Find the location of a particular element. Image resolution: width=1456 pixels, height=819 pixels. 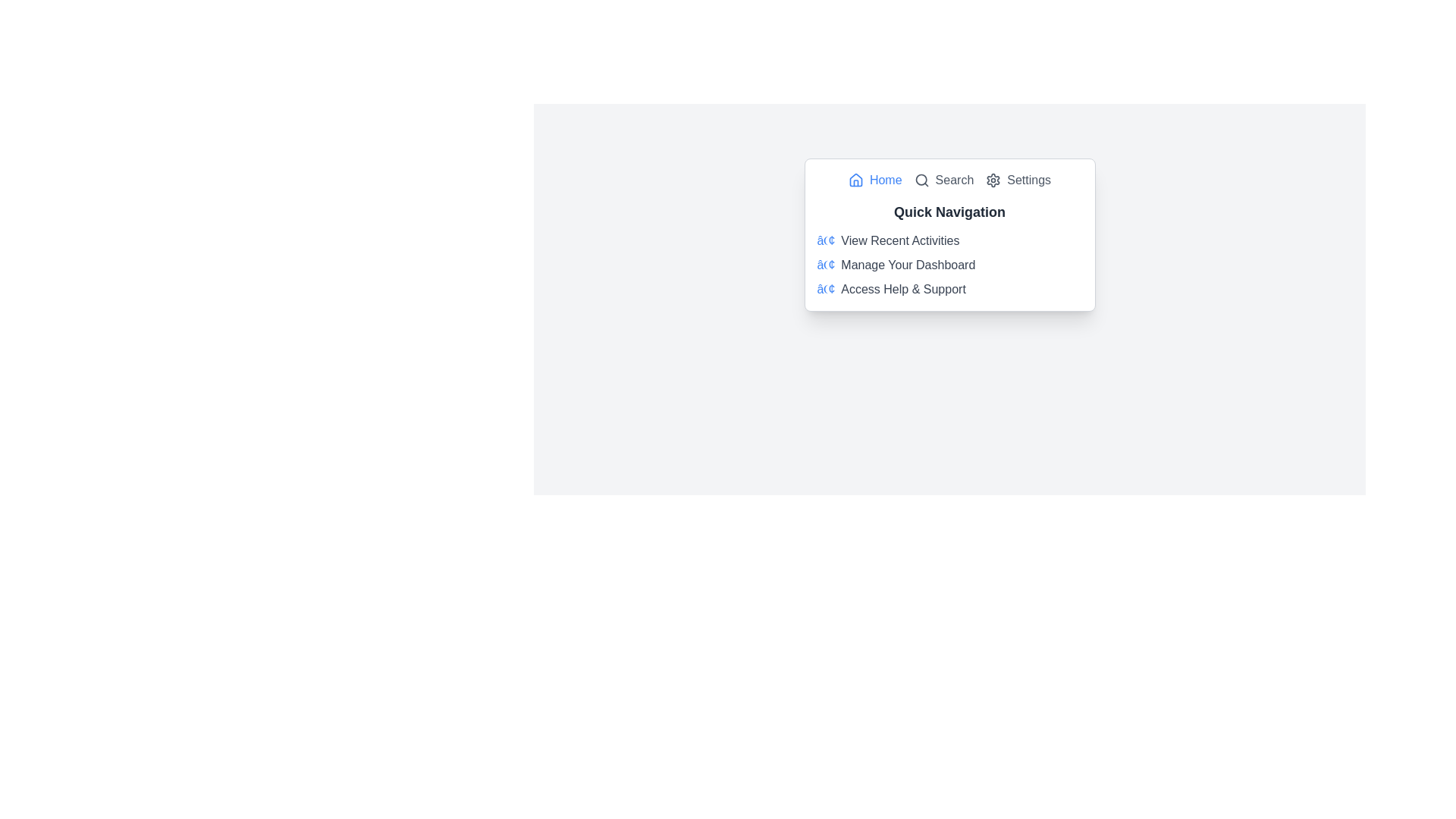

the small house icon, which is a line drawing styled with blue strokes, located to the left of the word 'Home' in the navigation bar is located at coordinates (855, 180).